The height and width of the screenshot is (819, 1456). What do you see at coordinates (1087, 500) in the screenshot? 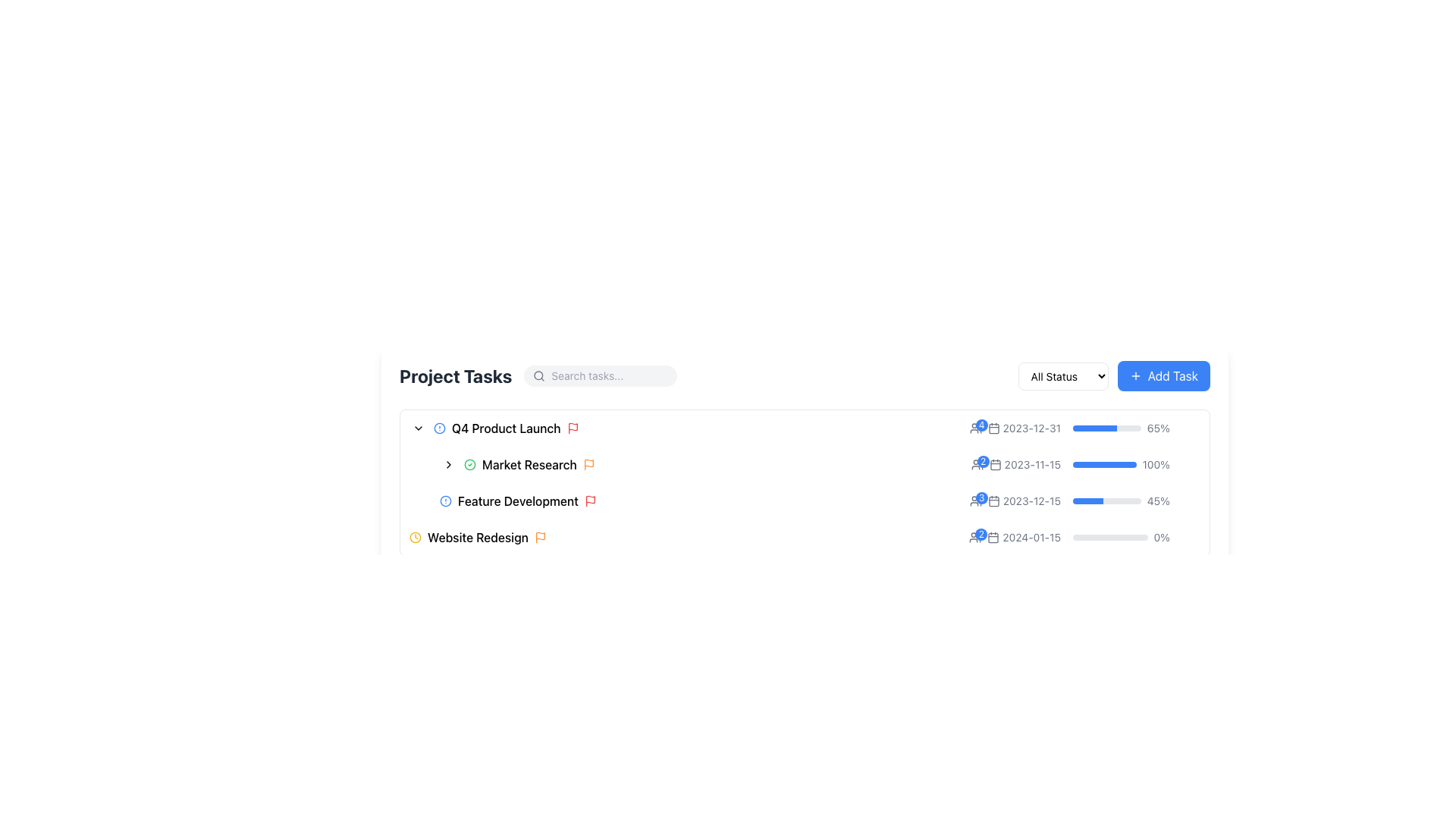
I see `the progress represented by the progress bar located in the task progress section aligned with the '2023-12-15' task entry, which currently indicates 45% completion` at bounding box center [1087, 500].